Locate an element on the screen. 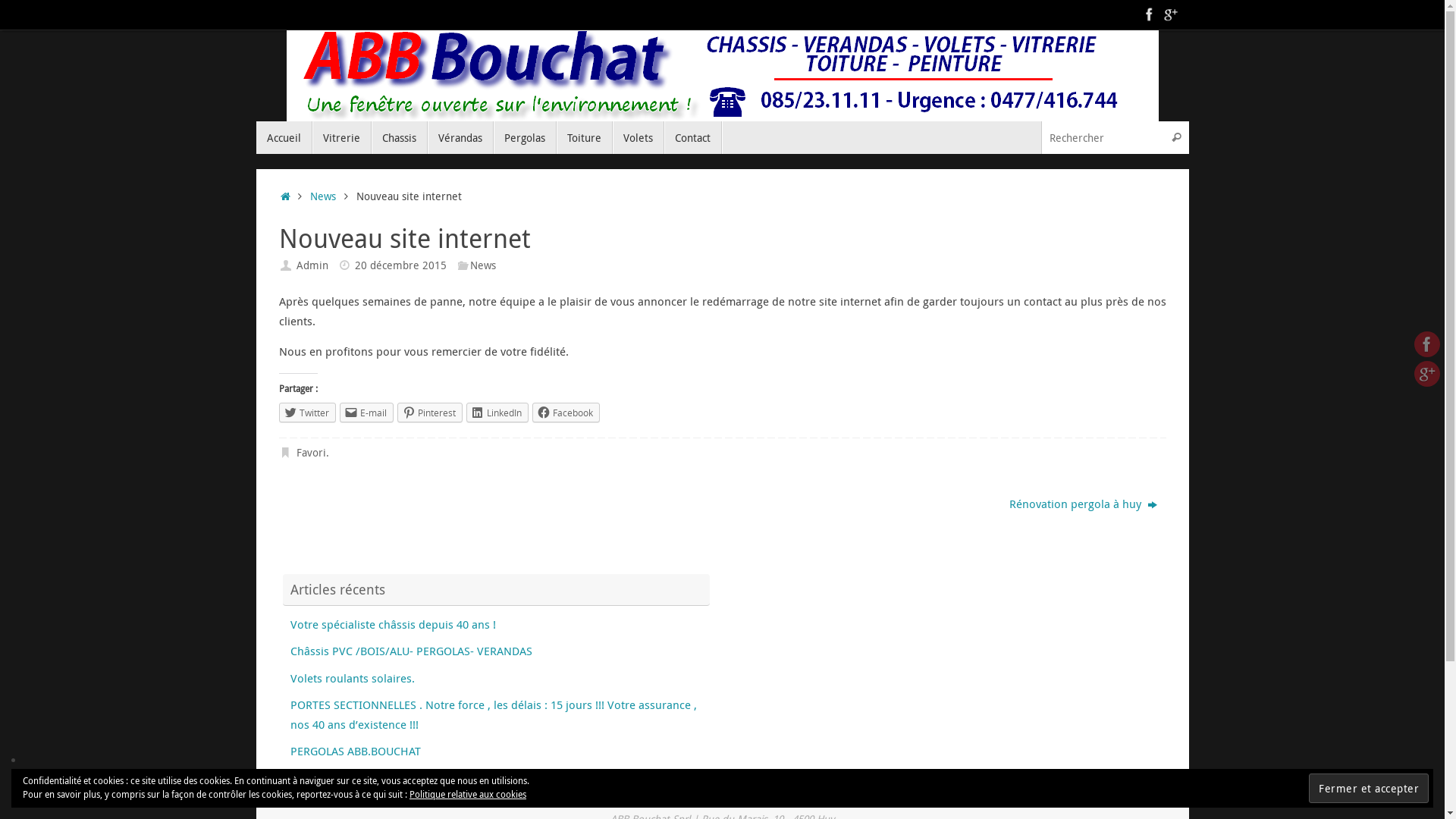 This screenshot has width=1456, height=819. 'Twitter' is located at coordinates (306, 412).